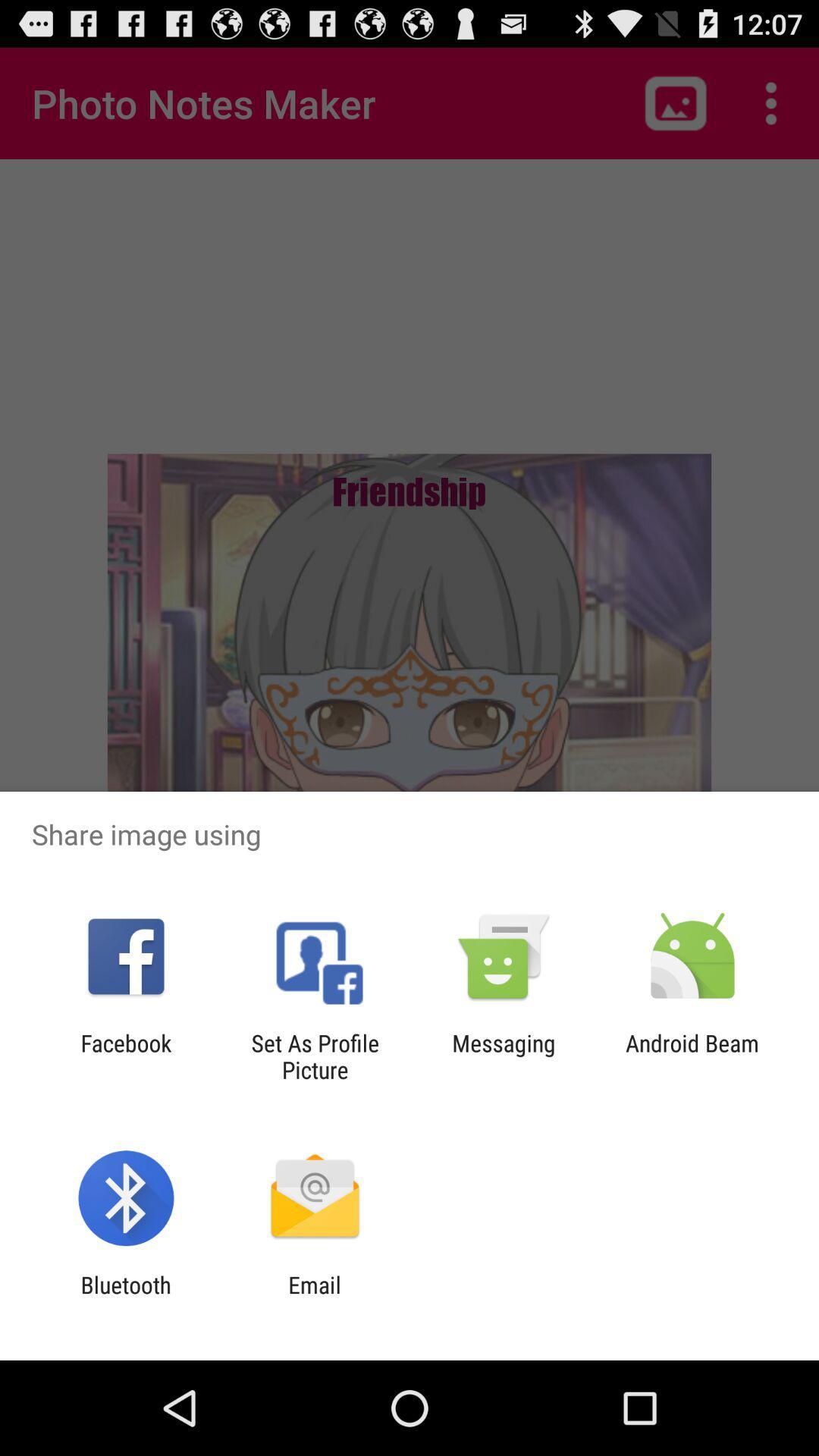 The image size is (819, 1456). I want to click on the item next to the android beam item, so click(504, 1056).